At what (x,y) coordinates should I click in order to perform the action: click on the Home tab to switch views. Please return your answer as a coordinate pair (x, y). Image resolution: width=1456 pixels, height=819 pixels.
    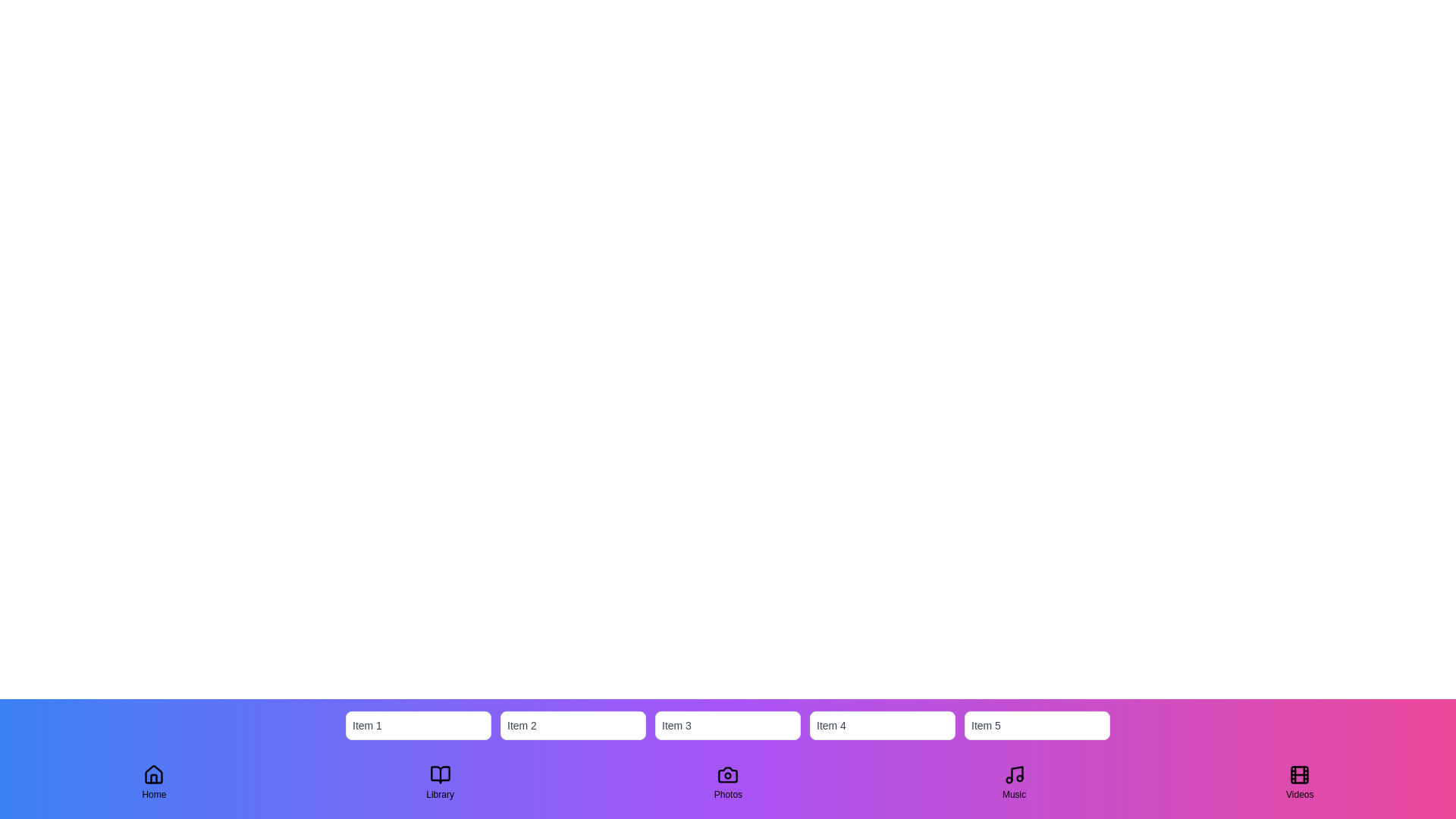
    Looking at the image, I should click on (153, 783).